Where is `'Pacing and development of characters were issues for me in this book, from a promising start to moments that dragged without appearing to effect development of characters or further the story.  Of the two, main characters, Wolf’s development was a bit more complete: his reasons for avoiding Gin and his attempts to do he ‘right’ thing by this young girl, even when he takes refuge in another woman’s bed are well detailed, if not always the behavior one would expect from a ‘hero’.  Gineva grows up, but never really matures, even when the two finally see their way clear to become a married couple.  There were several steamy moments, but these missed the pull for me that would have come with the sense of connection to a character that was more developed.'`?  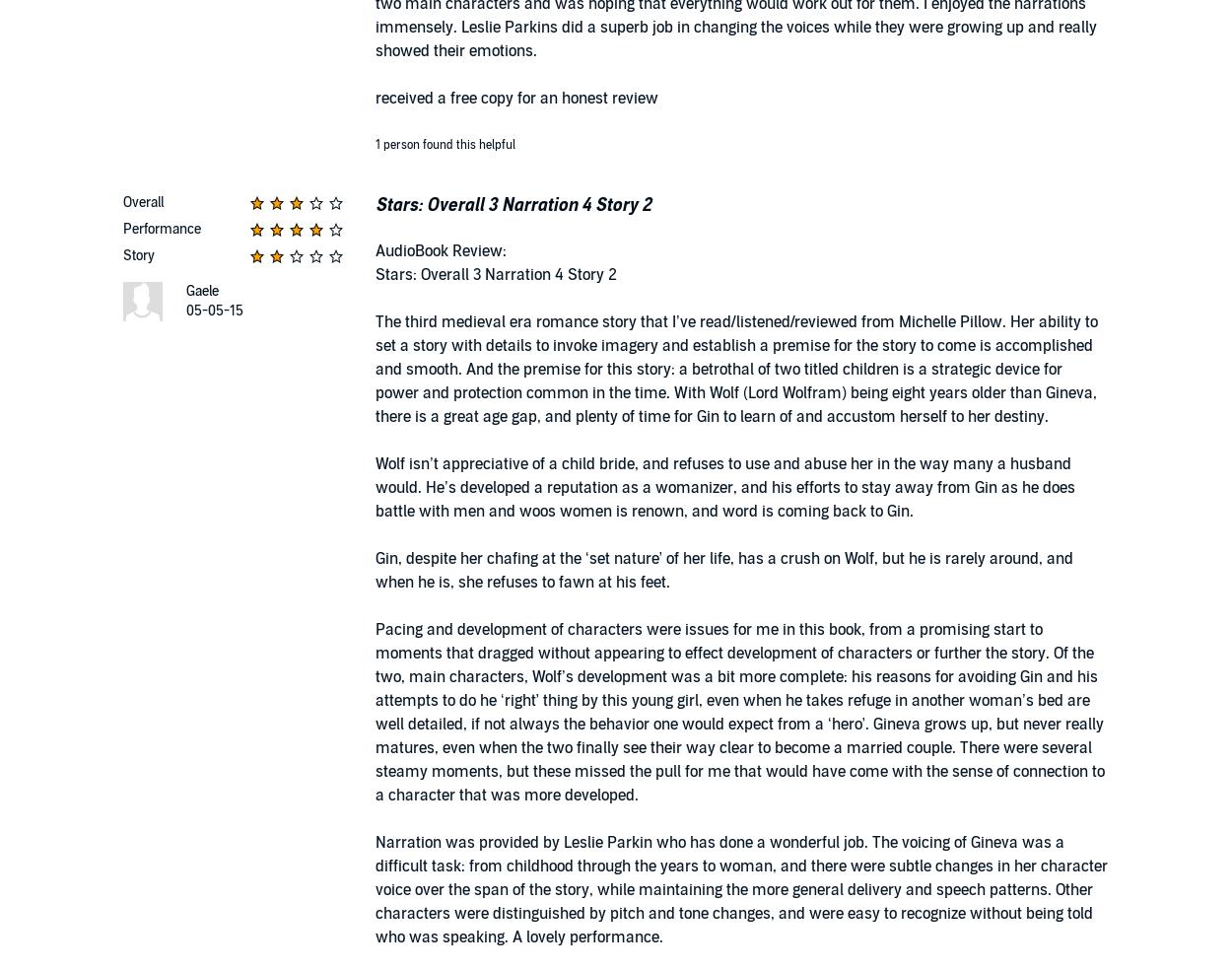 'Pacing and development of characters were issues for me in this book, from a promising start to moments that dragged without appearing to effect development of characters or further the story.  Of the two, main characters, Wolf’s development was a bit more complete: his reasons for avoiding Gin and his attempts to do he ‘right’ thing by this young girl, even when he takes refuge in another woman’s bed are well detailed, if not always the behavior one would expect from a ‘hero’.  Gineva grows up, but never really matures, even when the two finally see their way clear to become a married couple.  There were several steamy moments, but these missed the pull for me that would have come with the sense of connection to a character that was more developed.' is located at coordinates (376, 712).